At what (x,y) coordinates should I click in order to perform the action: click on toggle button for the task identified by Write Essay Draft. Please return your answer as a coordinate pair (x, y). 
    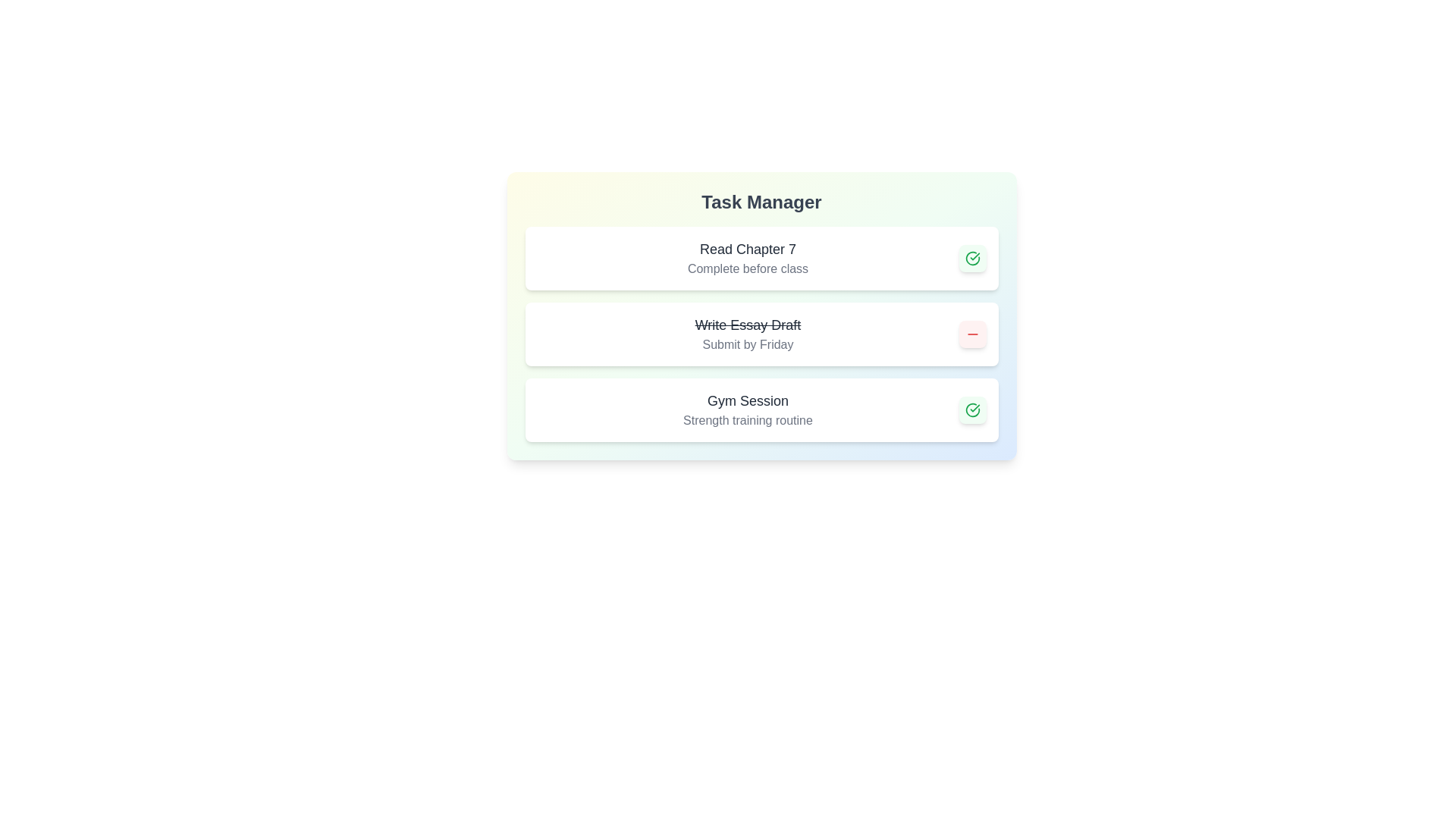
    Looking at the image, I should click on (972, 333).